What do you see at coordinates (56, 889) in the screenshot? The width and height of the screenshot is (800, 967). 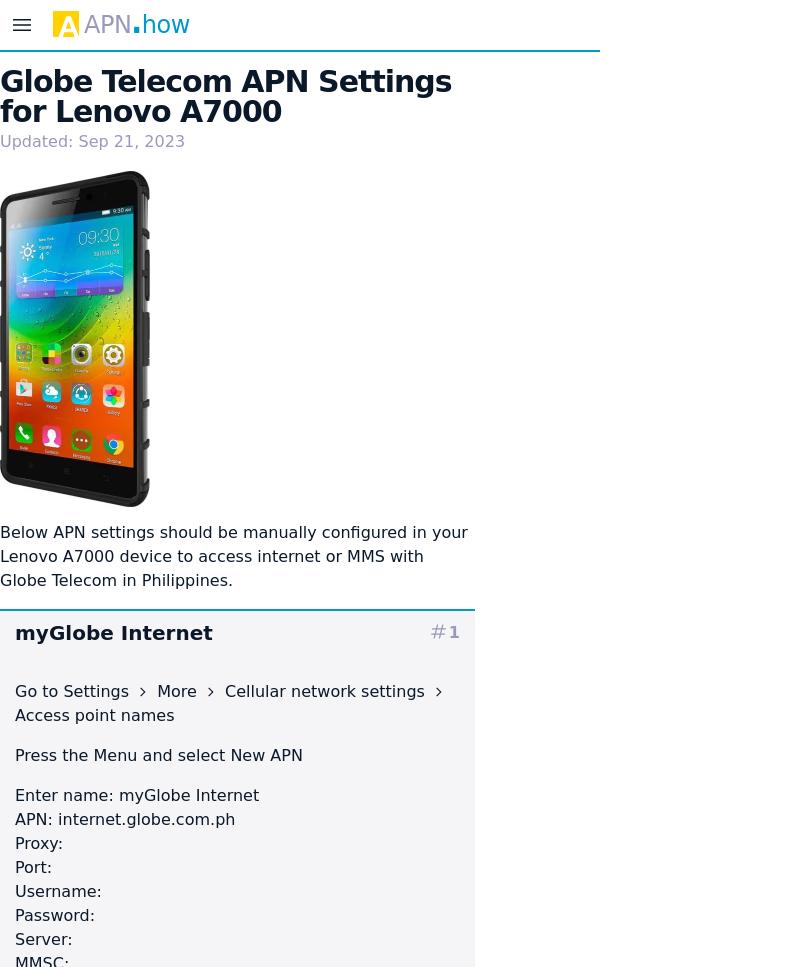 I see `'Username:'` at bounding box center [56, 889].